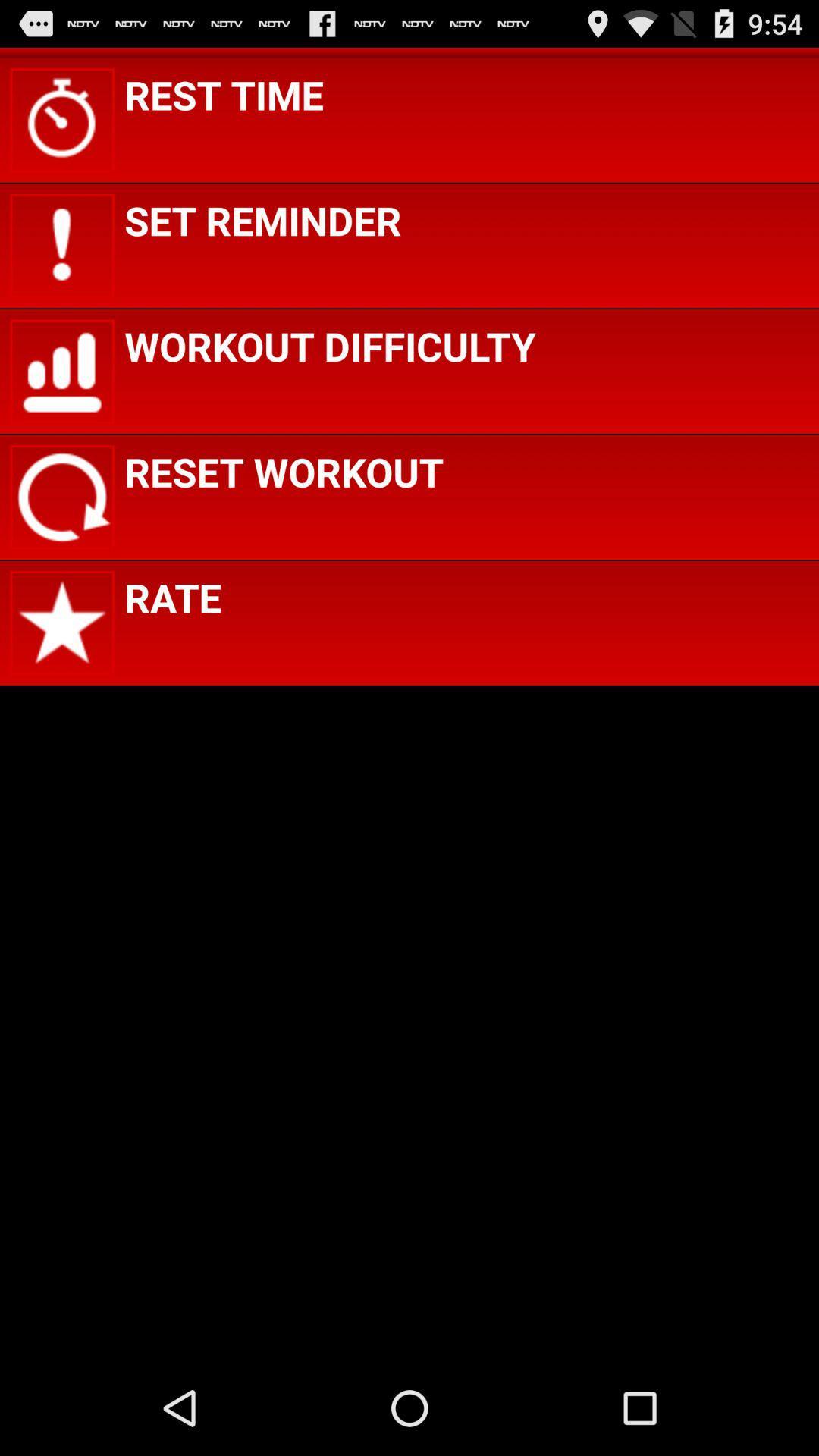 The height and width of the screenshot is (1456, 819). I want to click on the workout difficulty app, so click(329, 345).